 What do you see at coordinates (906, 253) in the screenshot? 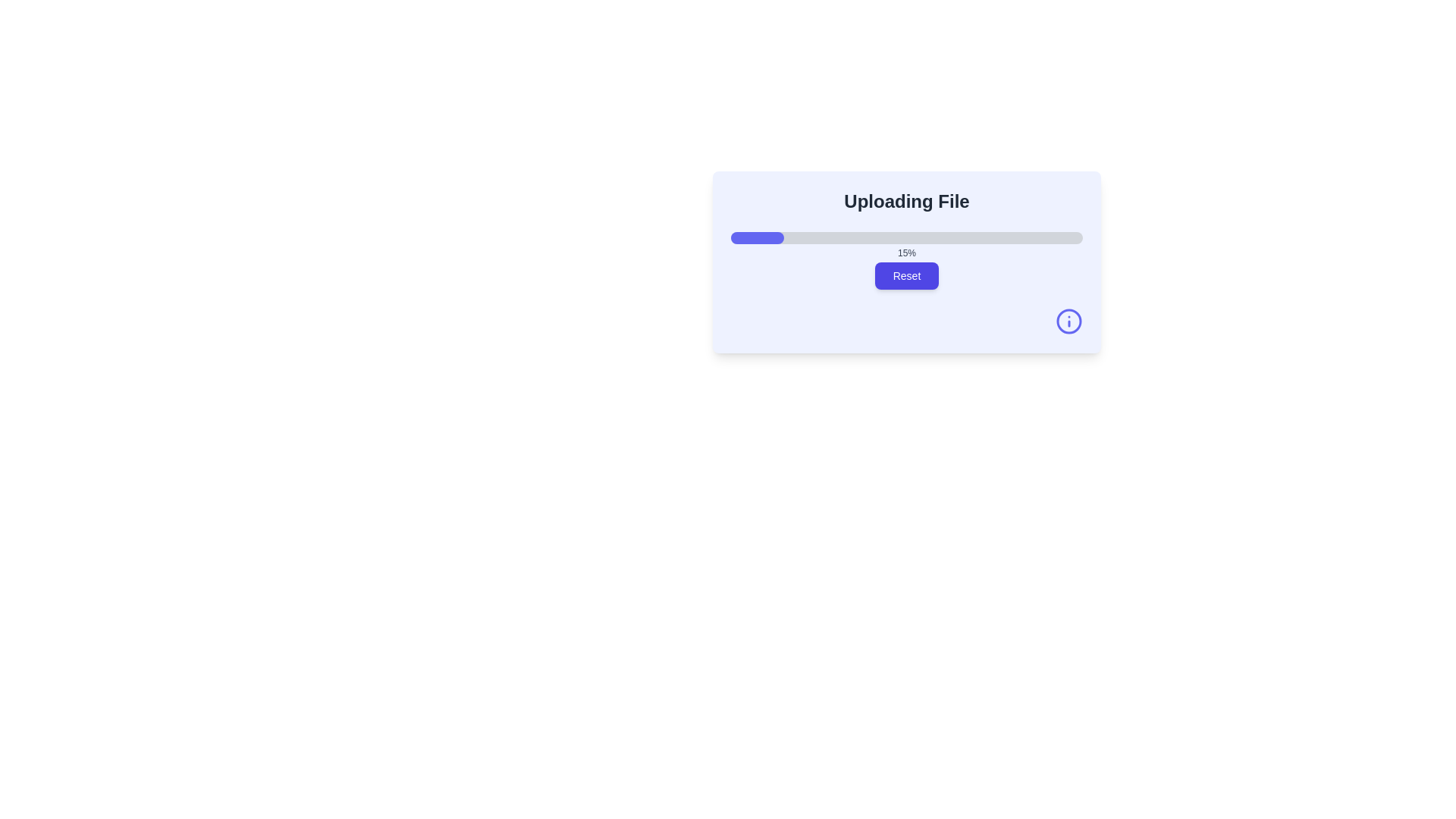
I see `the Text label displaying '10%' which is styled with a small, gray font and positioned slightly above the center of the horizontal progress bar` at bounding box center [906, 253].